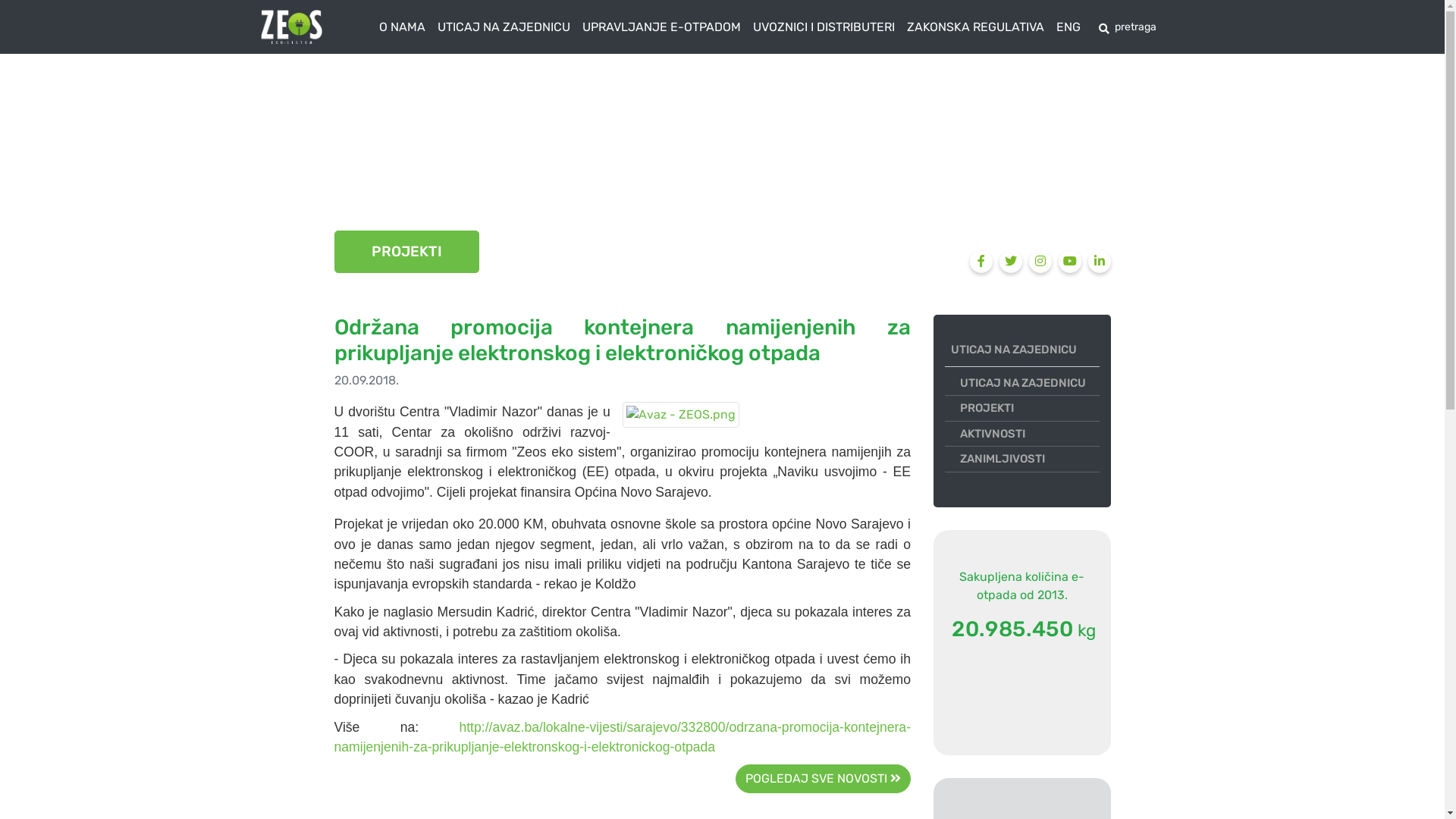 The width and height of the screenshot is (1456, 819). Describe the element at coordinates (822, 778) in the screenshot. I see `'POGLEDAJ SVE NOVOSTI'` at that location.